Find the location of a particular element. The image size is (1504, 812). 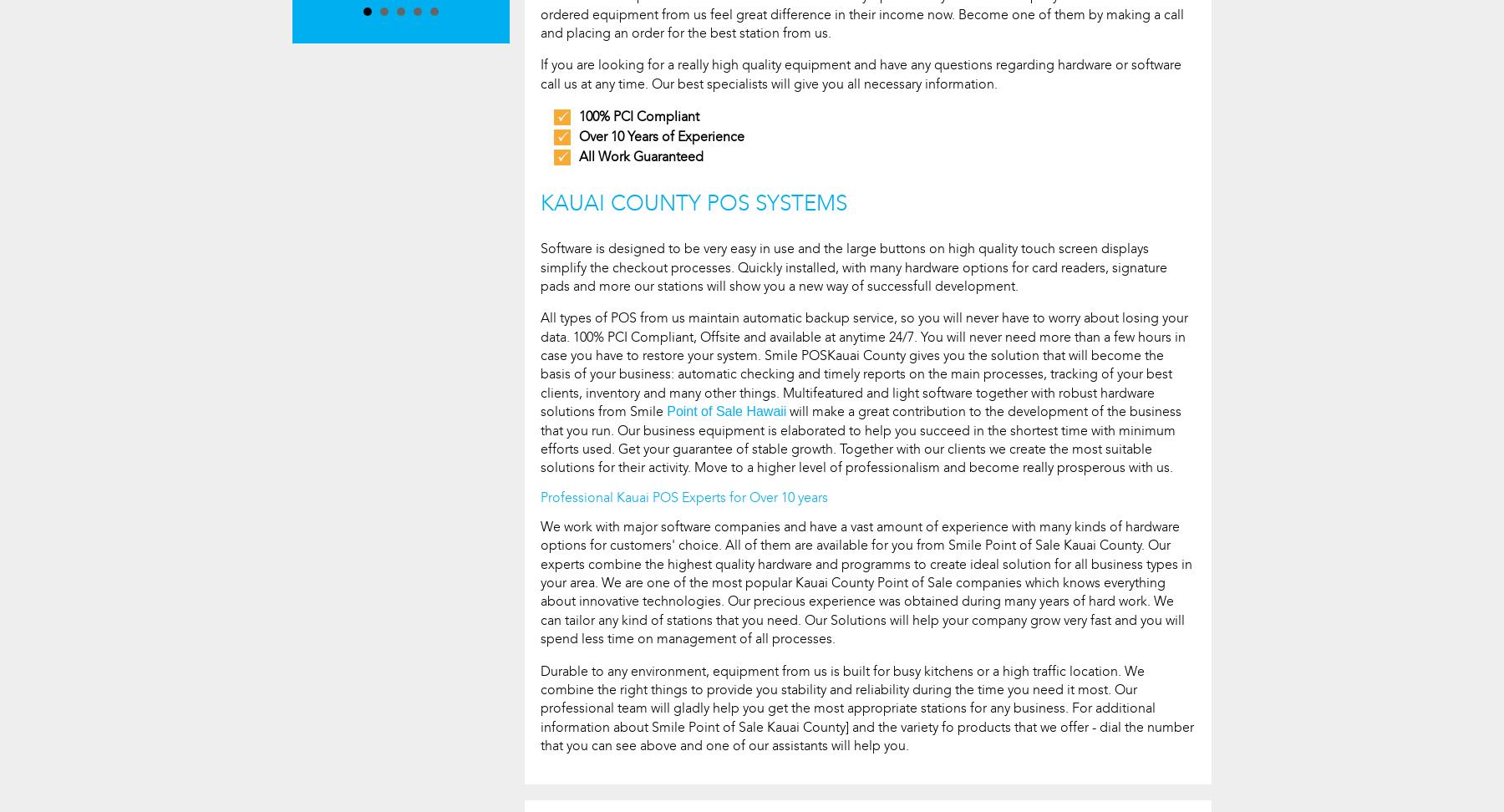

'Kauai County POS Systems' is located at coordinates (694, 201).